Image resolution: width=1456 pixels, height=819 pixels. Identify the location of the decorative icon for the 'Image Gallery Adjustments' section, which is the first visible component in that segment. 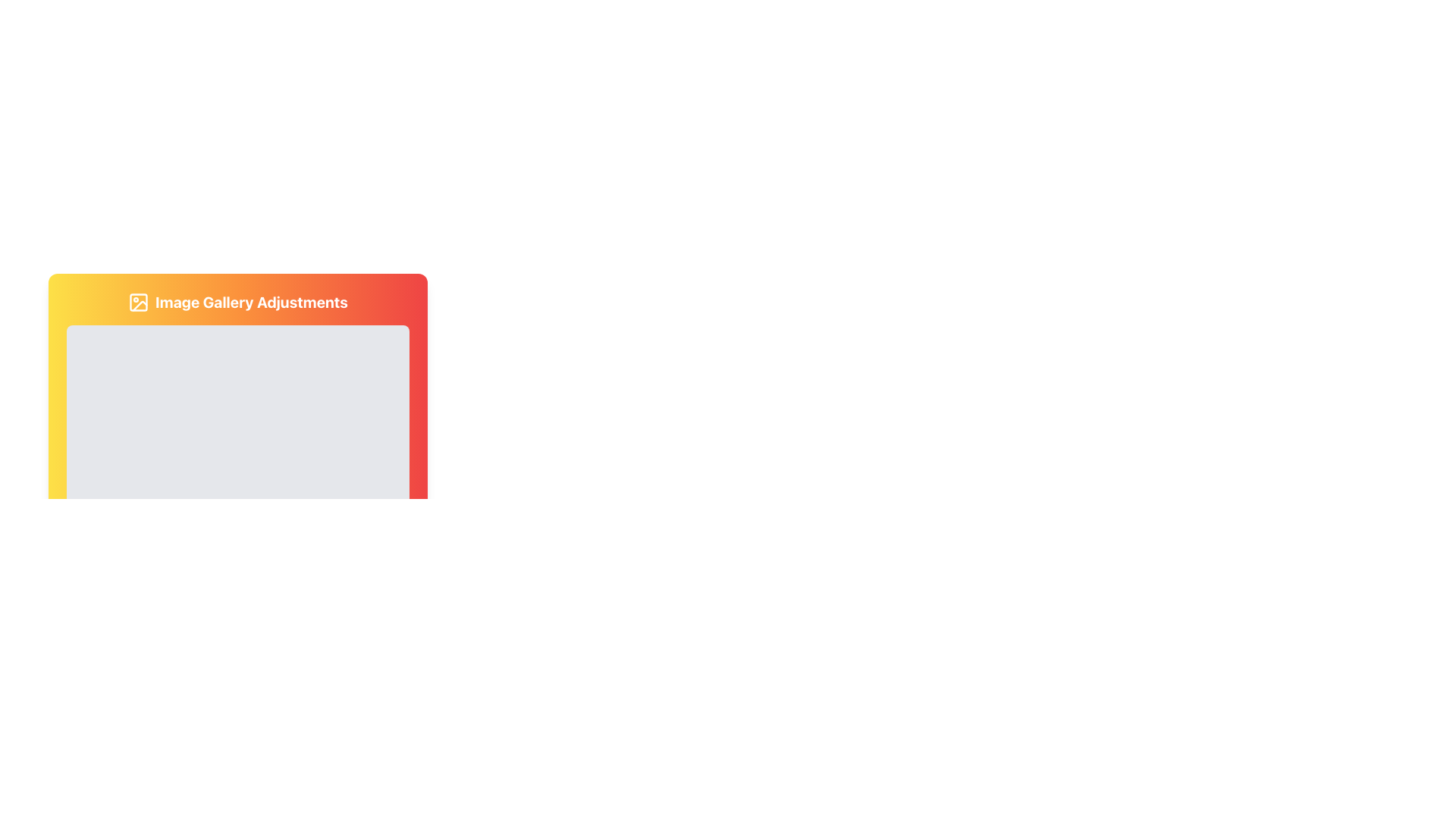
(139, 302).